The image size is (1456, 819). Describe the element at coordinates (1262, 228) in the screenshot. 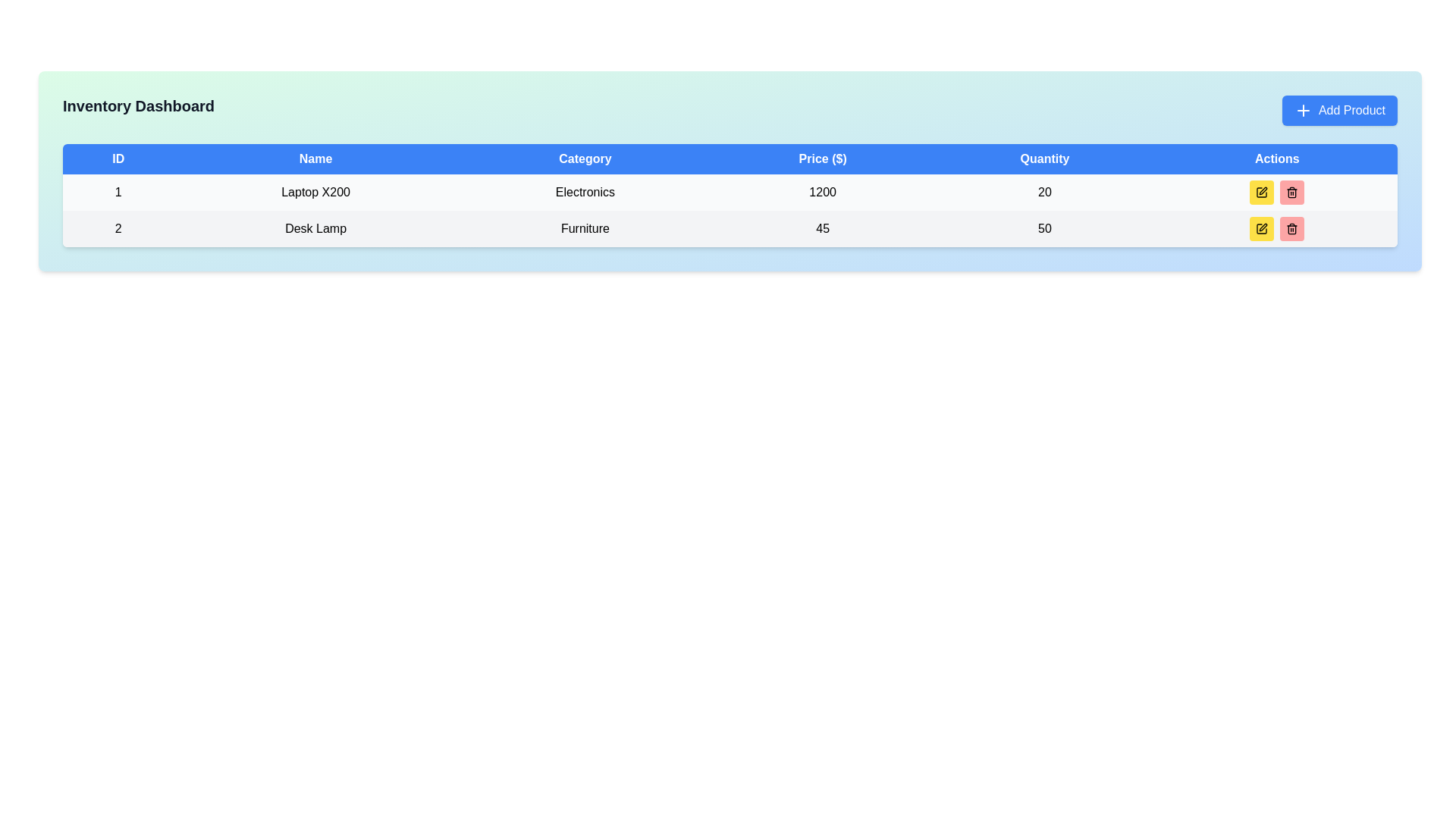

I see `the 'Edit' button in the Actions column of the table for the 'Desk Lamp' item to check for a tooltip` at that location.